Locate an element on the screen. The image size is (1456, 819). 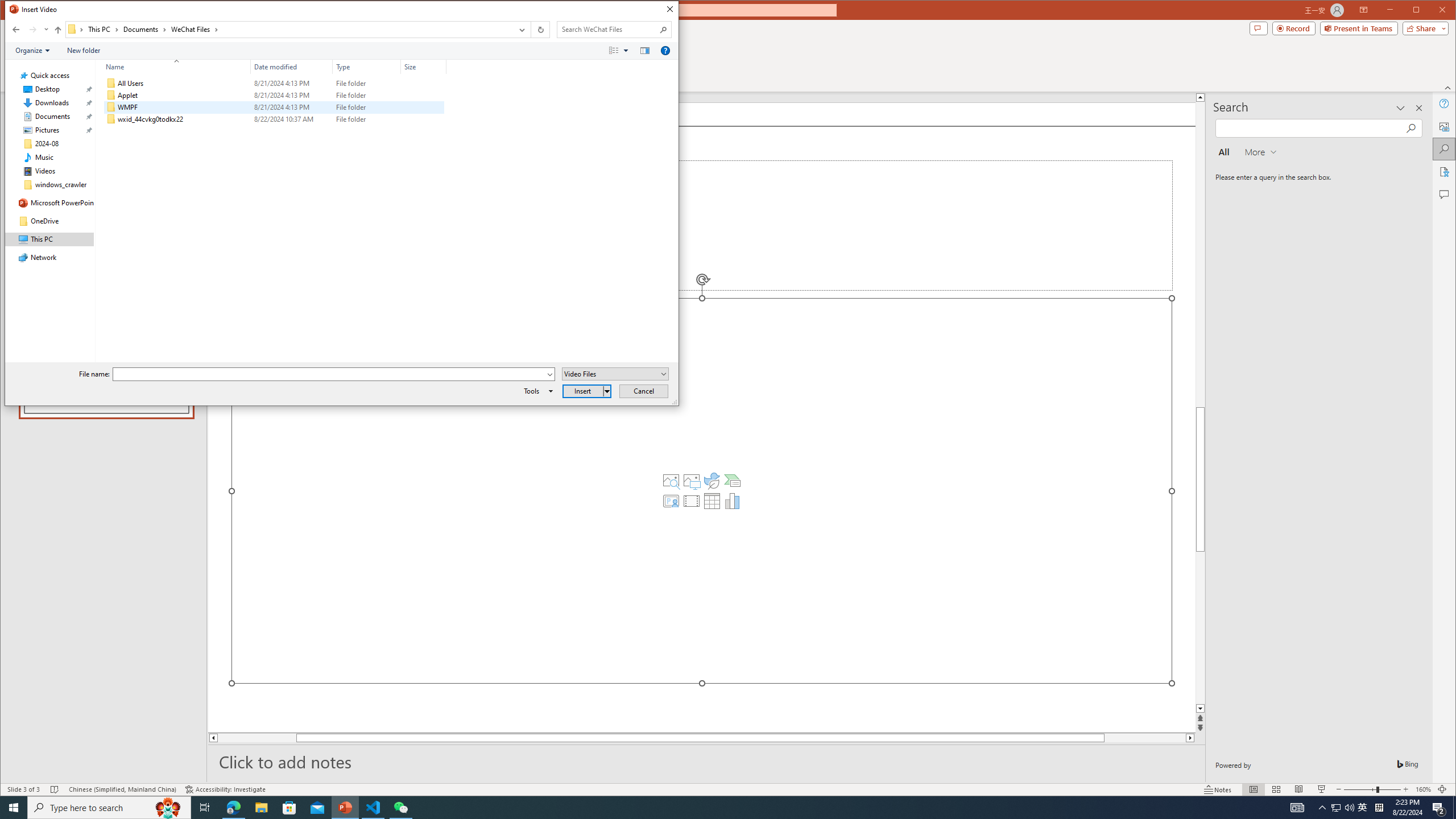
'Views' is located at coordinates (621, 50).